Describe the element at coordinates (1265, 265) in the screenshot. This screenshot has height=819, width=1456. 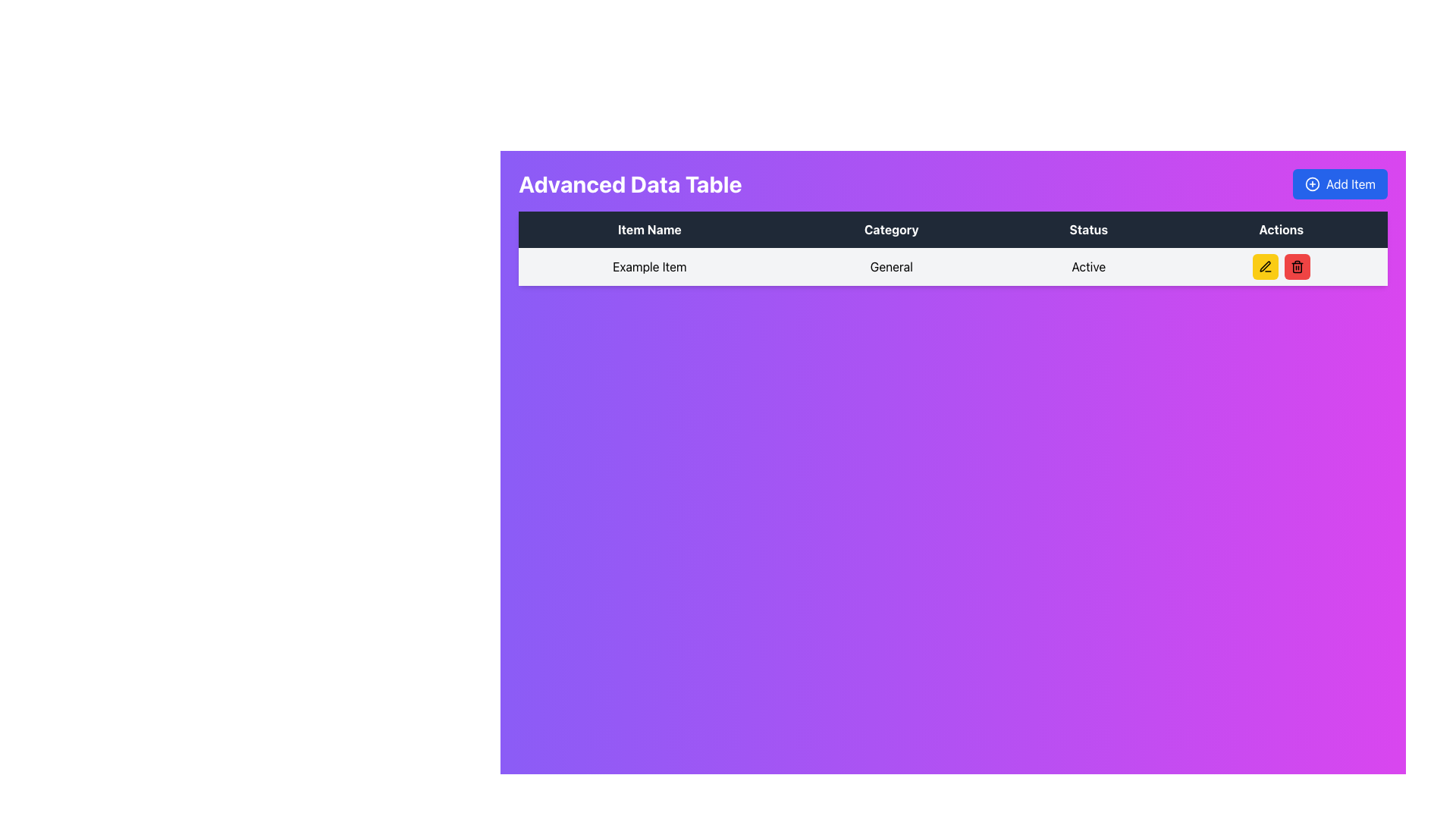
I see `the first button in the 'Actions' column of the data table` at that location.